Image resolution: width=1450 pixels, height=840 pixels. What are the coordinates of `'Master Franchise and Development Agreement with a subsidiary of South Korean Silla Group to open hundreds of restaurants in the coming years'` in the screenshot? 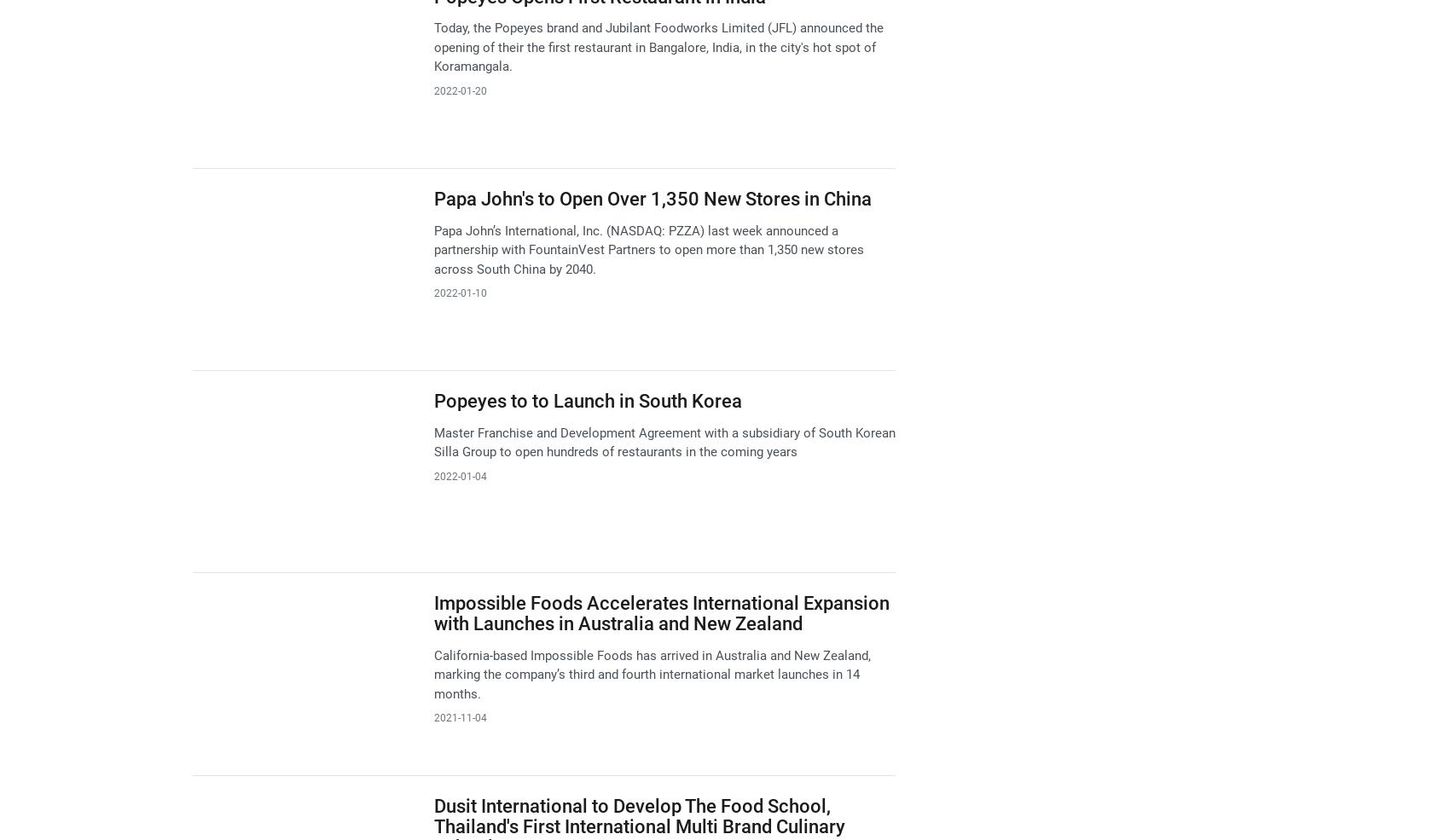 It's located at (432, 442).